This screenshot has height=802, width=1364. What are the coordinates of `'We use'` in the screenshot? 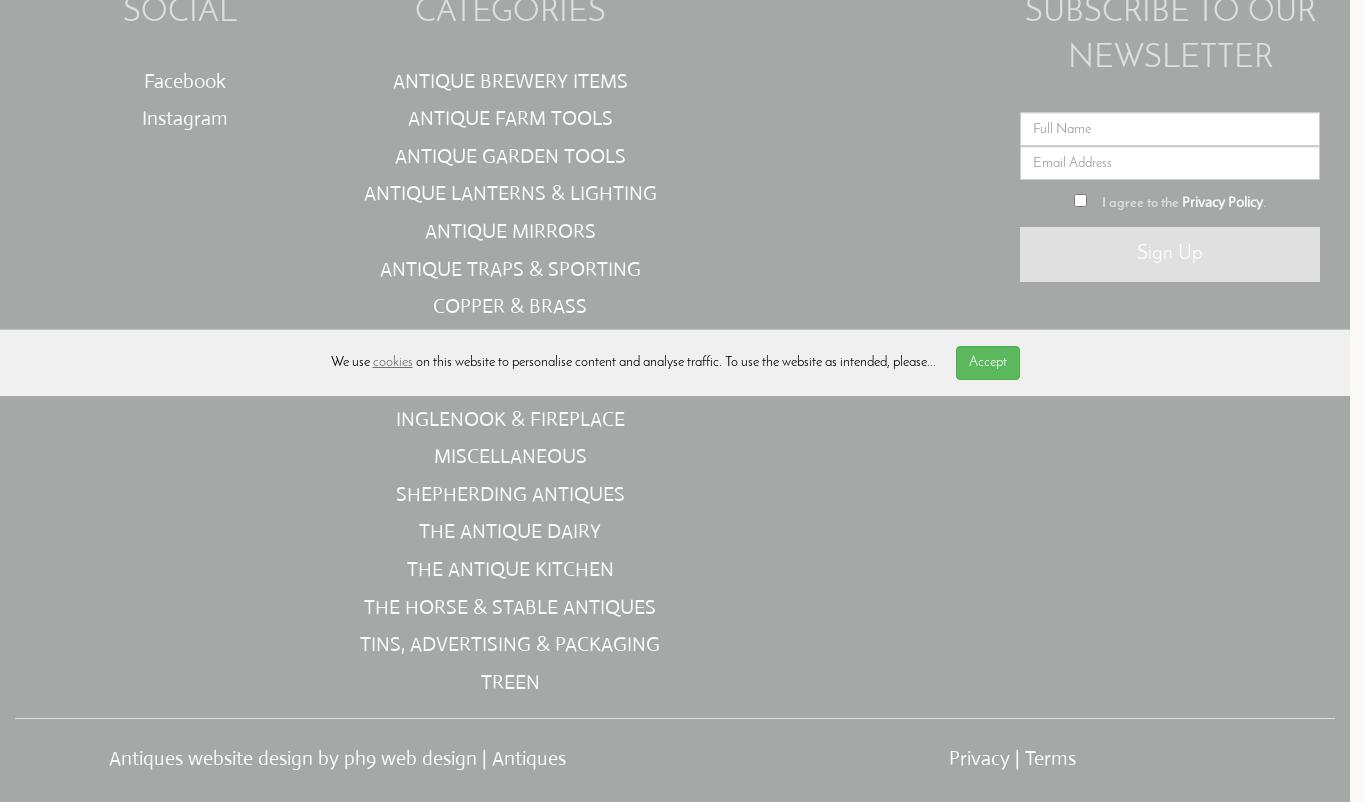 It's located at (350, 361).